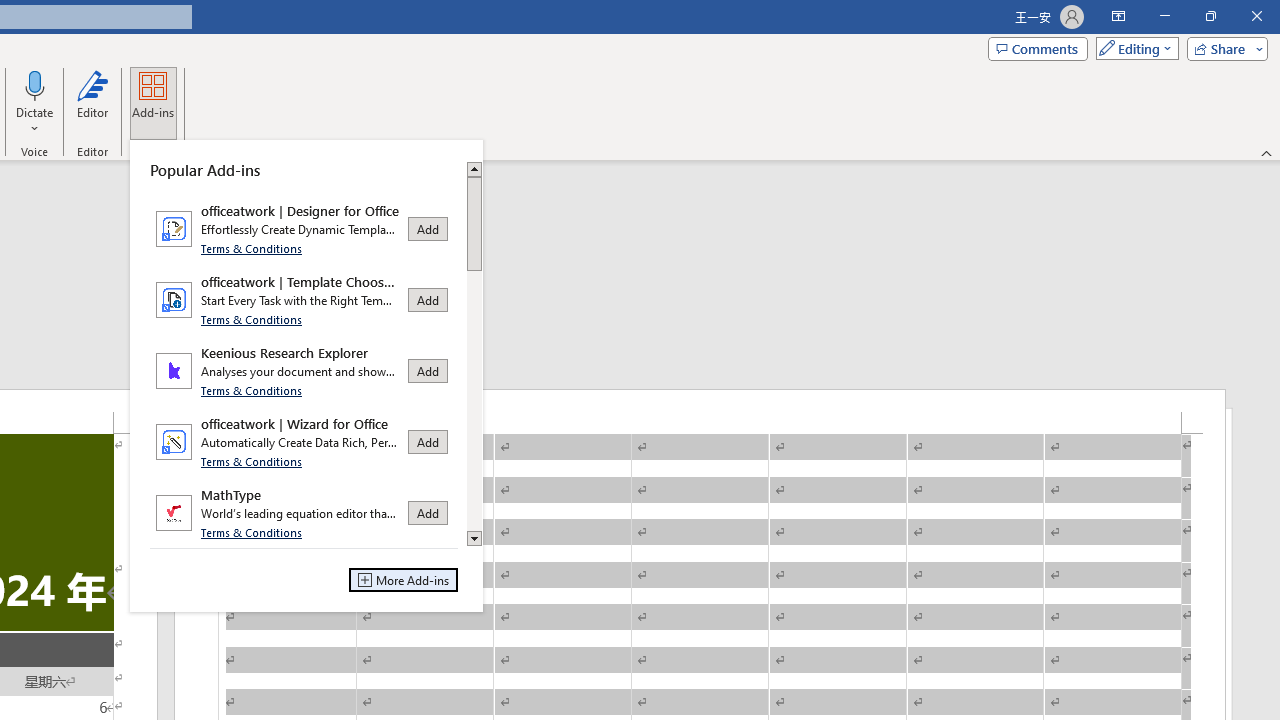 Image resolution: width=1280 pixels, height=720 pixels. What do you see at coordinates (473, 538) in the screenshot?
I see `'Line down'` at bounding box center [473, 538].